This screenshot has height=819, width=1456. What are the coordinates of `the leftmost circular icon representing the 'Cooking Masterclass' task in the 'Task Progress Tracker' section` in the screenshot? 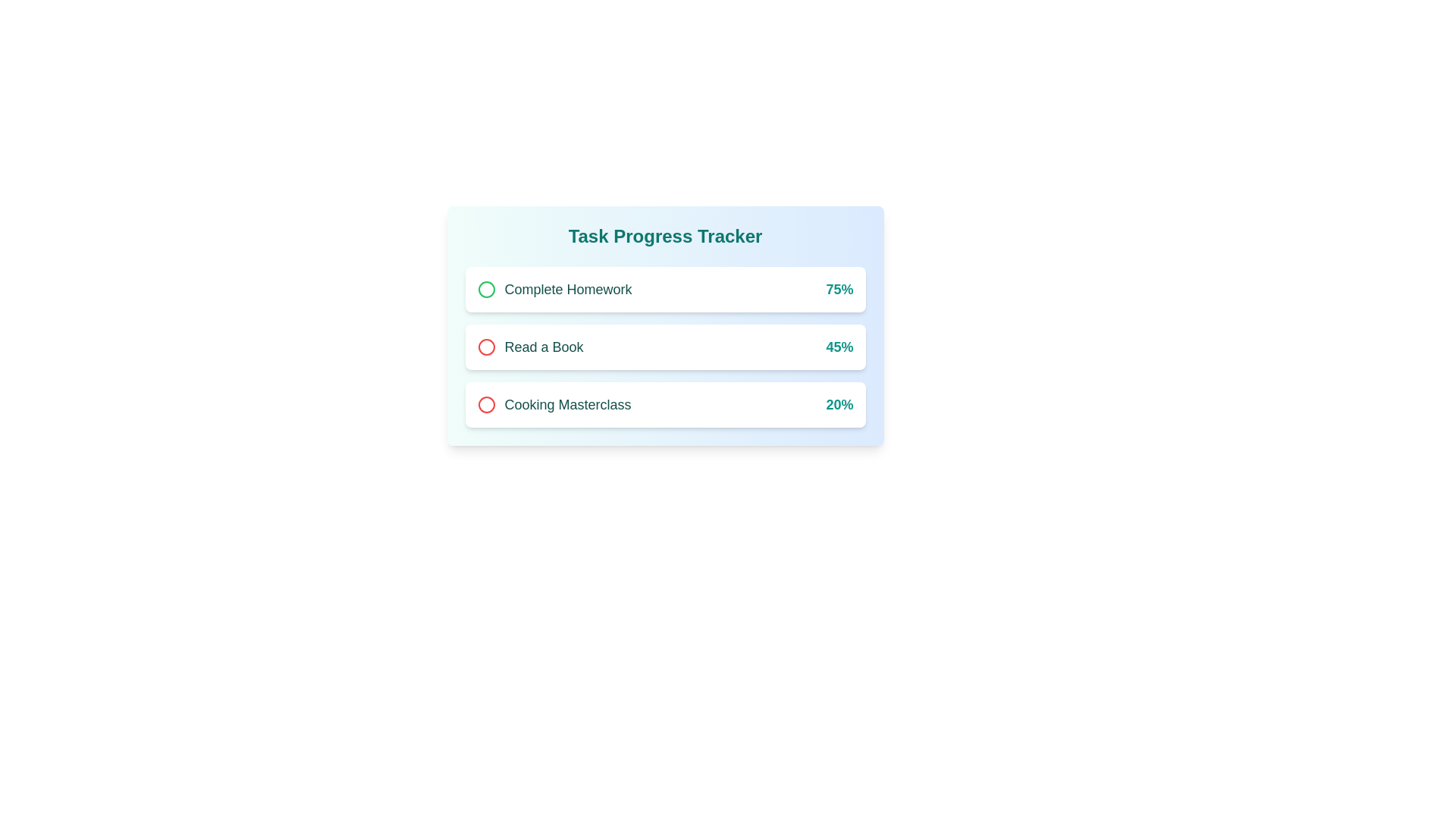 It's located at (486, 403).